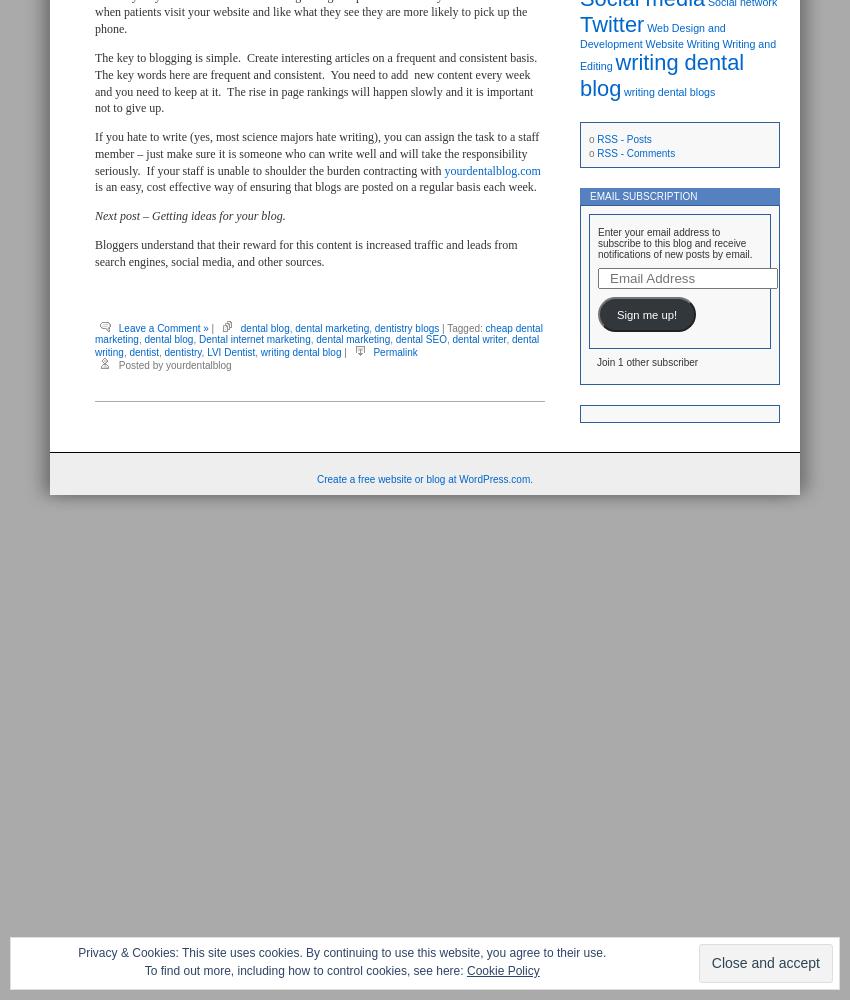 The width and height of the screenshot is (850, 1000). I want to click on 'dentistry', so click(181, 351).